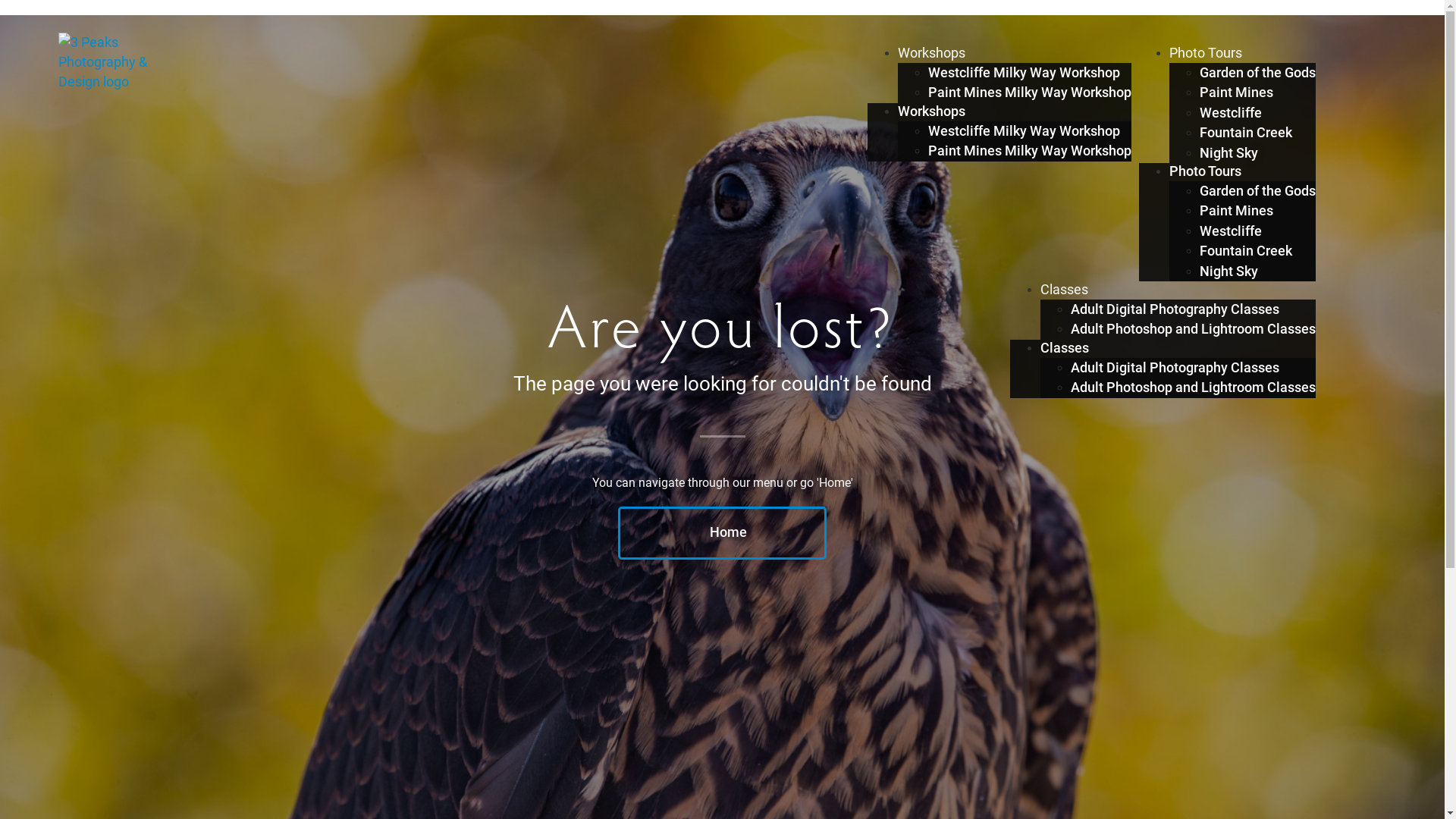  Describe the element at coordinates (1174, 309) in the screenshot. I see `'Adult Digital Photography Classes'` at that location.